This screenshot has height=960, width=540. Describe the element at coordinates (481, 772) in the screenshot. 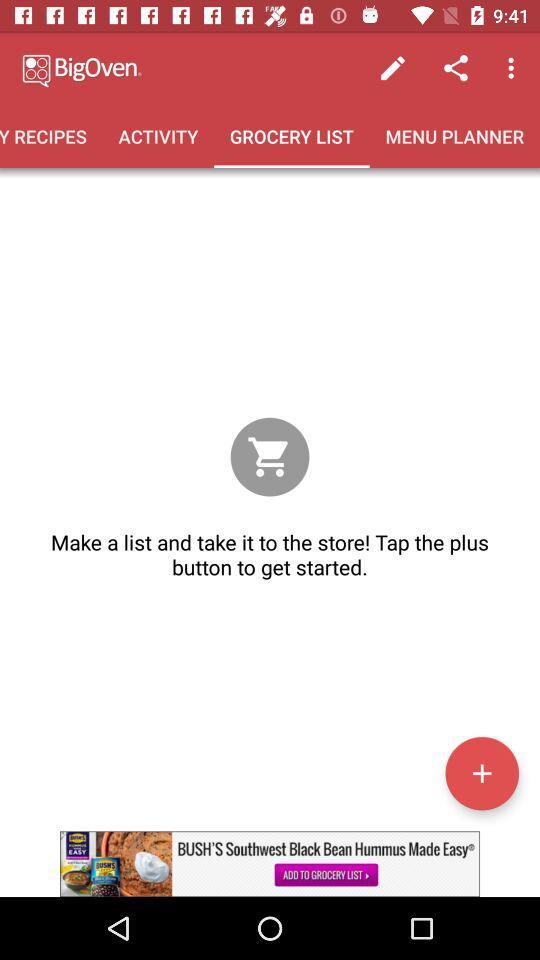

I see `the add icon` at that location.